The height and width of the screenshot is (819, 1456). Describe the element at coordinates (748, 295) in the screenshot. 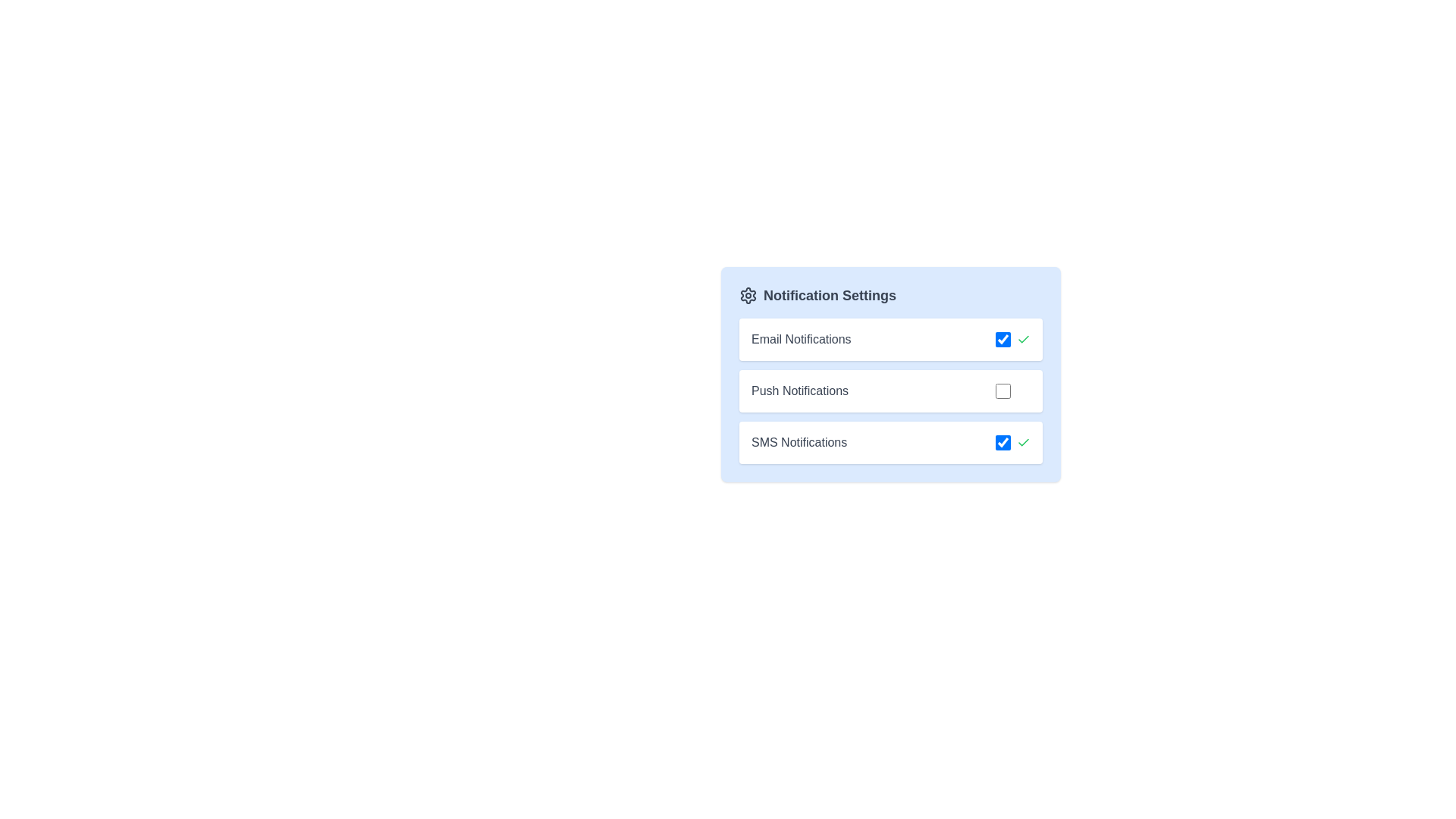

I see `the settings icon located on the left side of the 'Notification Settings' section` at that location.